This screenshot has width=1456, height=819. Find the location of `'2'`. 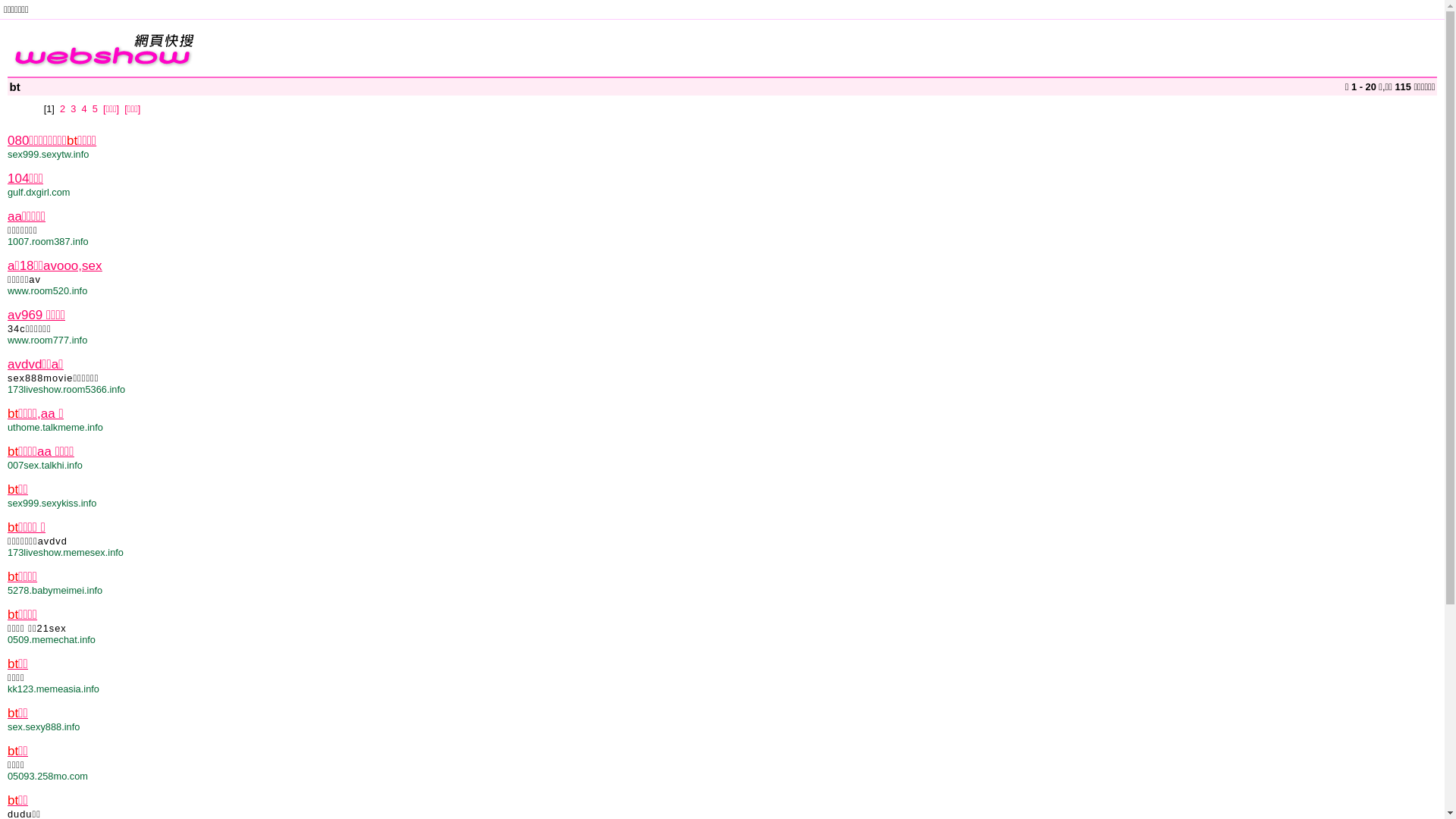

'2' is located at coordinates (61, 108).